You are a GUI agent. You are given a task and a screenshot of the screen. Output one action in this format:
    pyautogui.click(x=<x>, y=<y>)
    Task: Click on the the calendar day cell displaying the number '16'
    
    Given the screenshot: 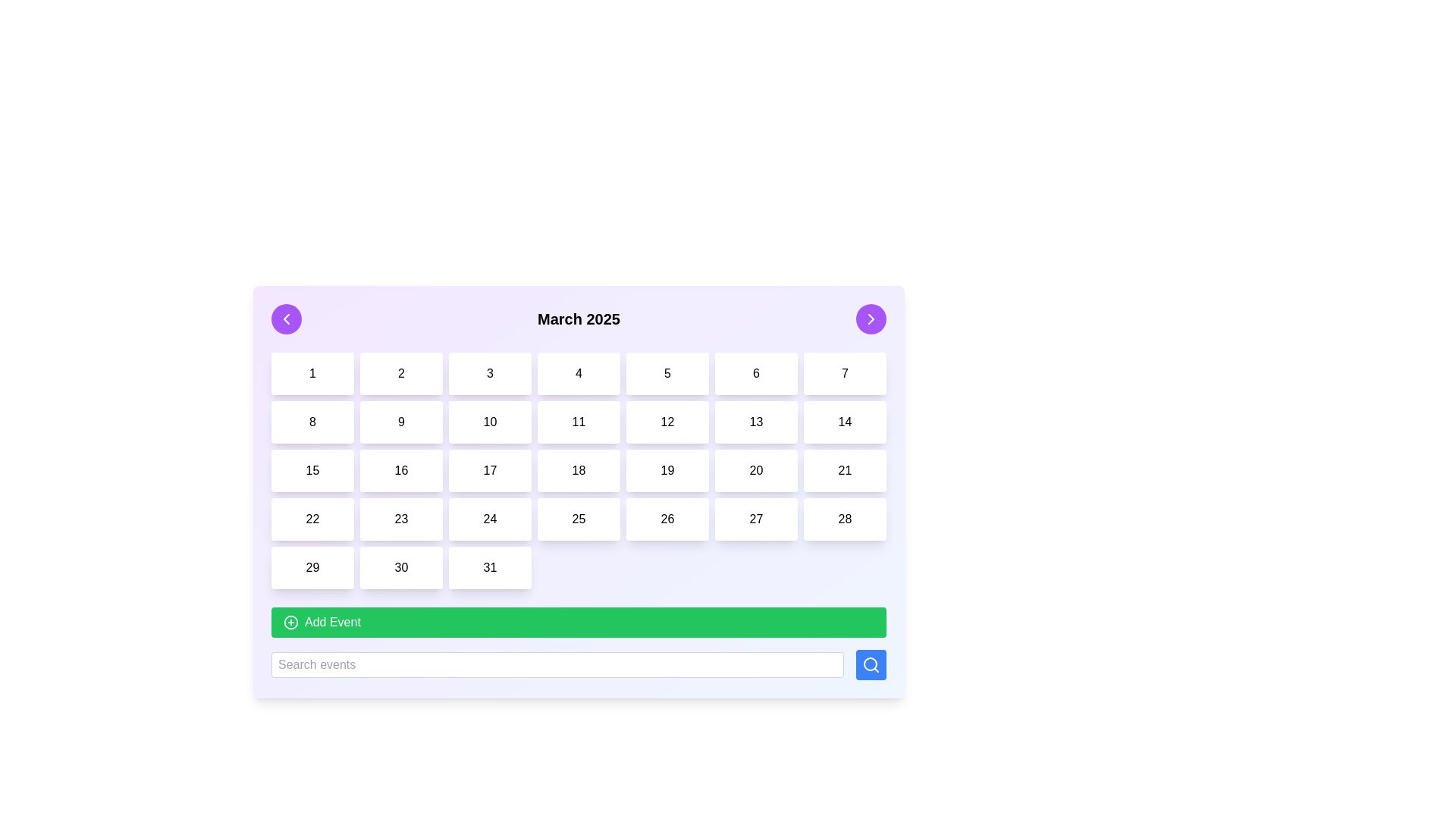 What is the action you would take?
    pyautogui.click(x=401, y=470)
    